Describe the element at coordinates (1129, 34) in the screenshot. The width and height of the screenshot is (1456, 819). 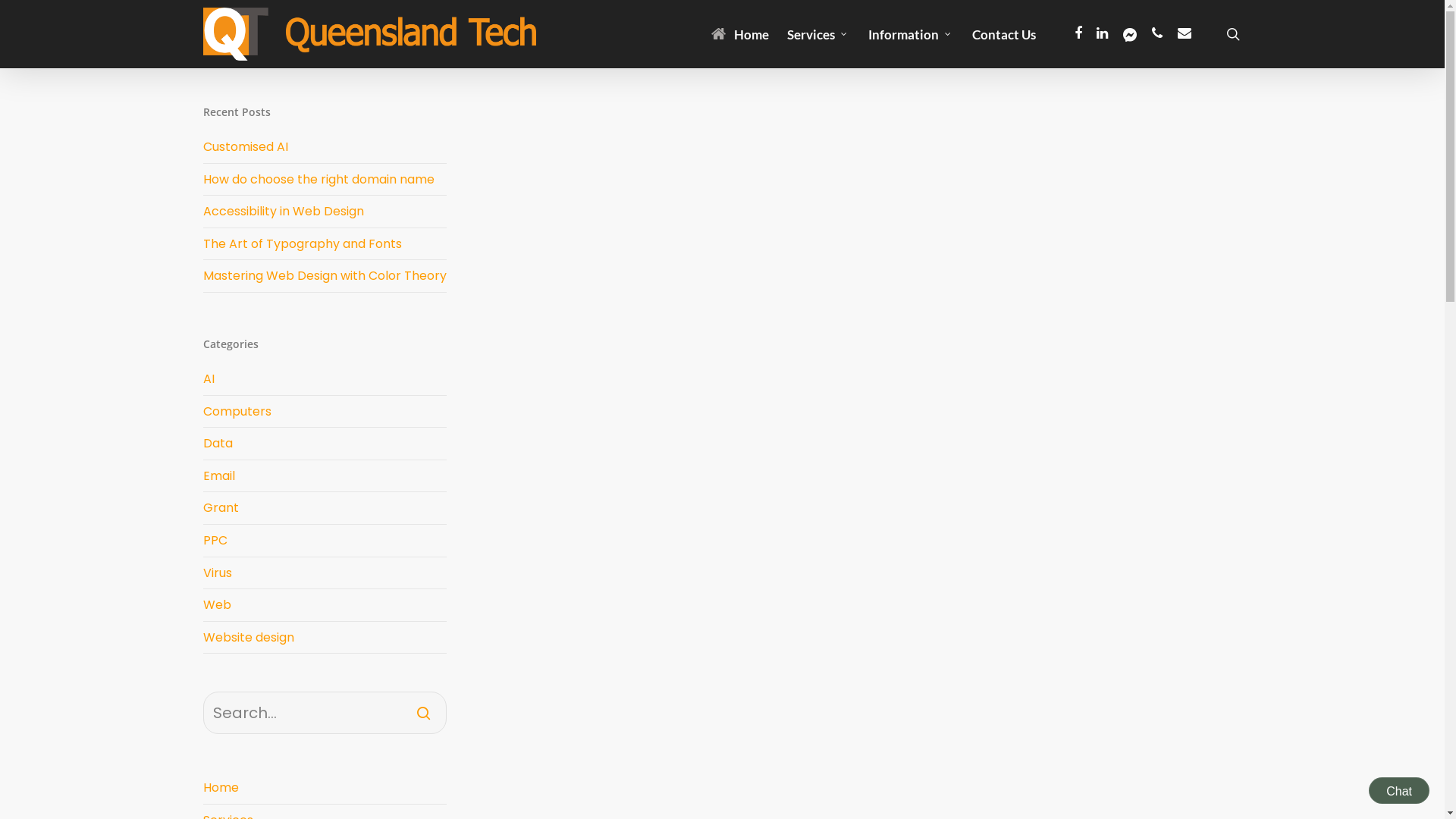
I see `'messenger'` at that location.